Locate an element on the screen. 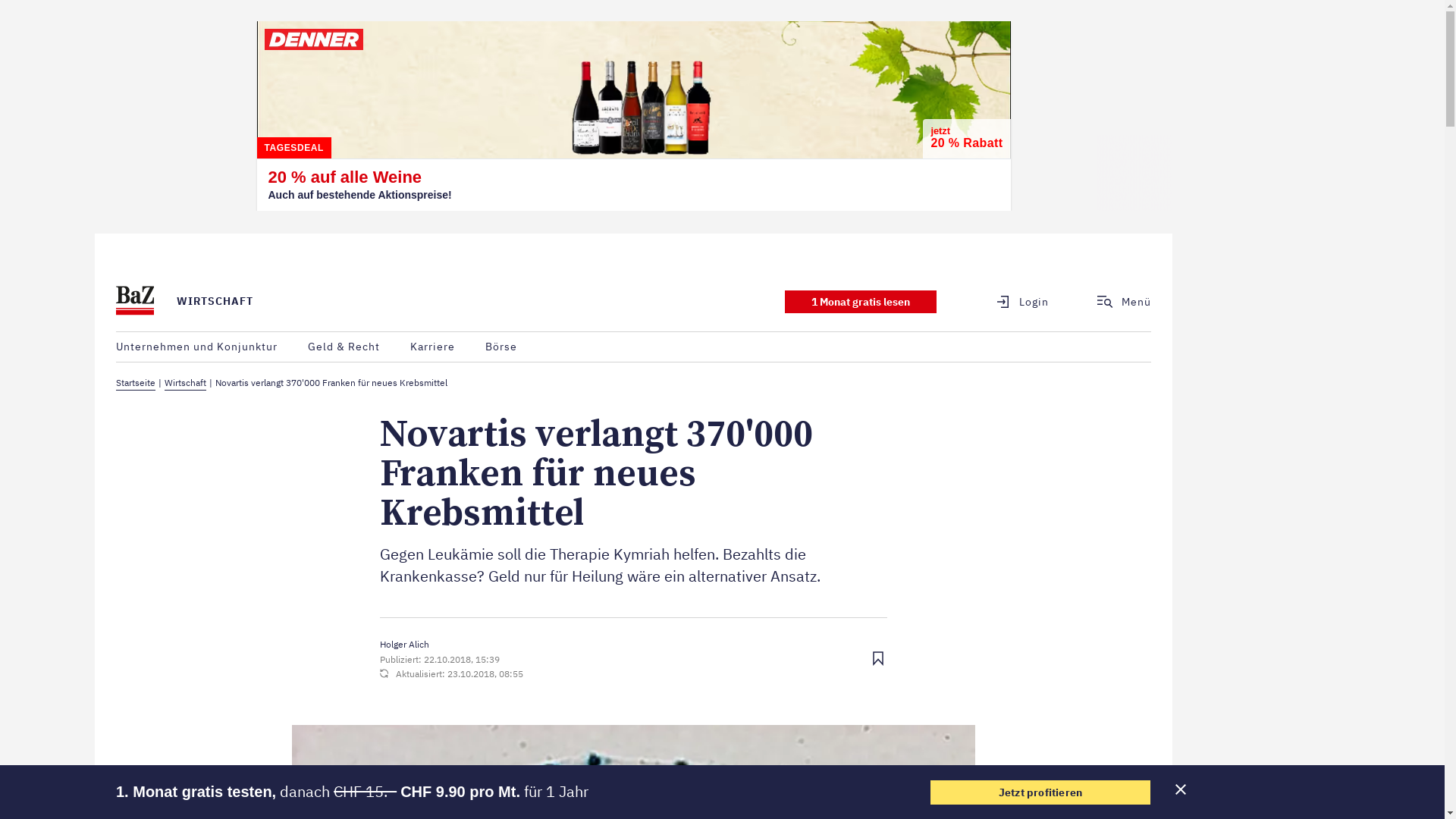 This screenshot has height=819, width=1456. 'Login' is located at coordinates (1013, 301).